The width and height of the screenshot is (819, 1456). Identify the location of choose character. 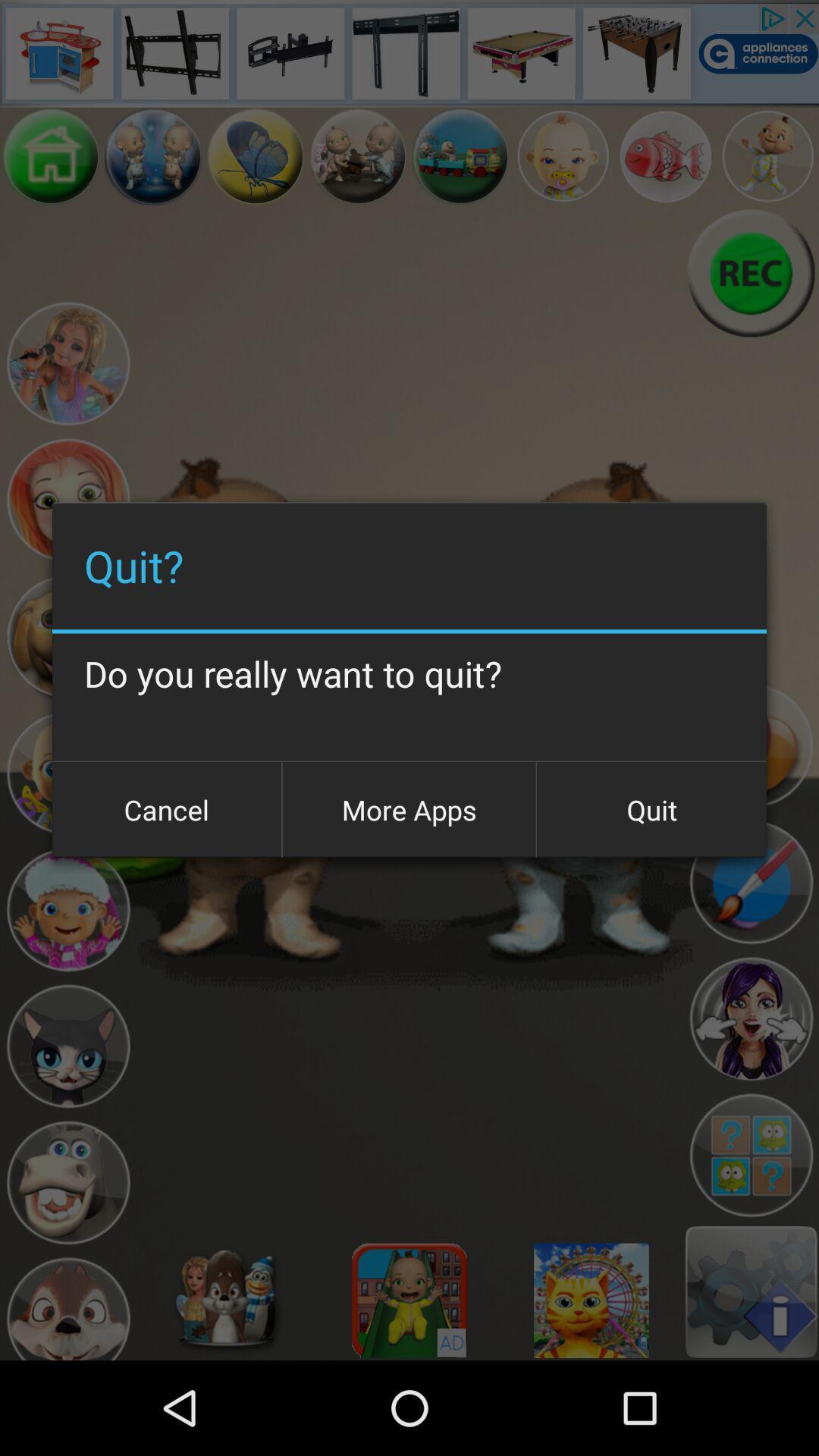
(67, 364).